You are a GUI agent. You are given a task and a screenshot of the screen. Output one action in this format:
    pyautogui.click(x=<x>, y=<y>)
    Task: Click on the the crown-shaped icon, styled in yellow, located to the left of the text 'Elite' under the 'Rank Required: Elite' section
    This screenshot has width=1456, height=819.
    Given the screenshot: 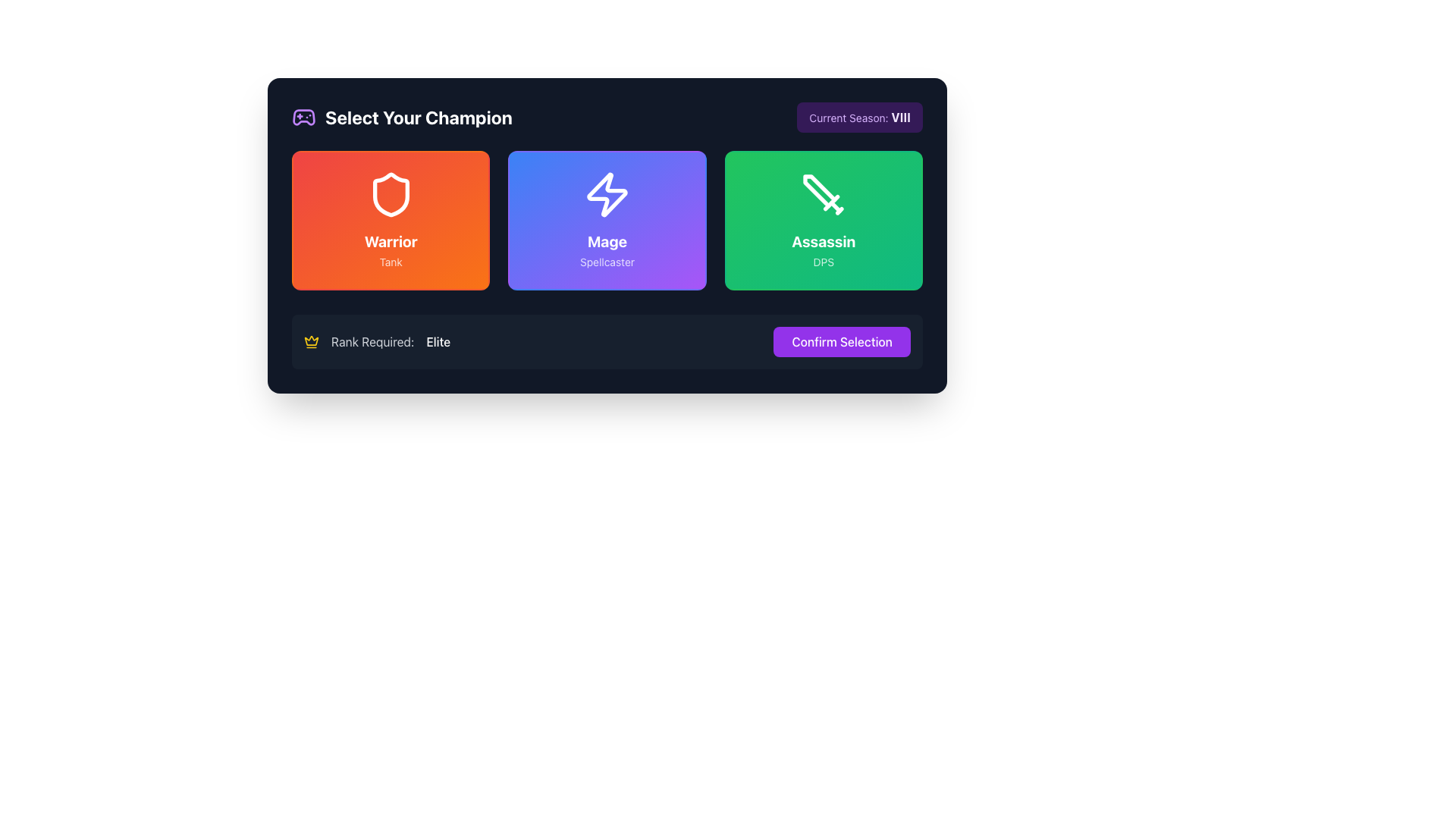 What is the action you would take?
    pyautogui.click(x=311, y=340)
    